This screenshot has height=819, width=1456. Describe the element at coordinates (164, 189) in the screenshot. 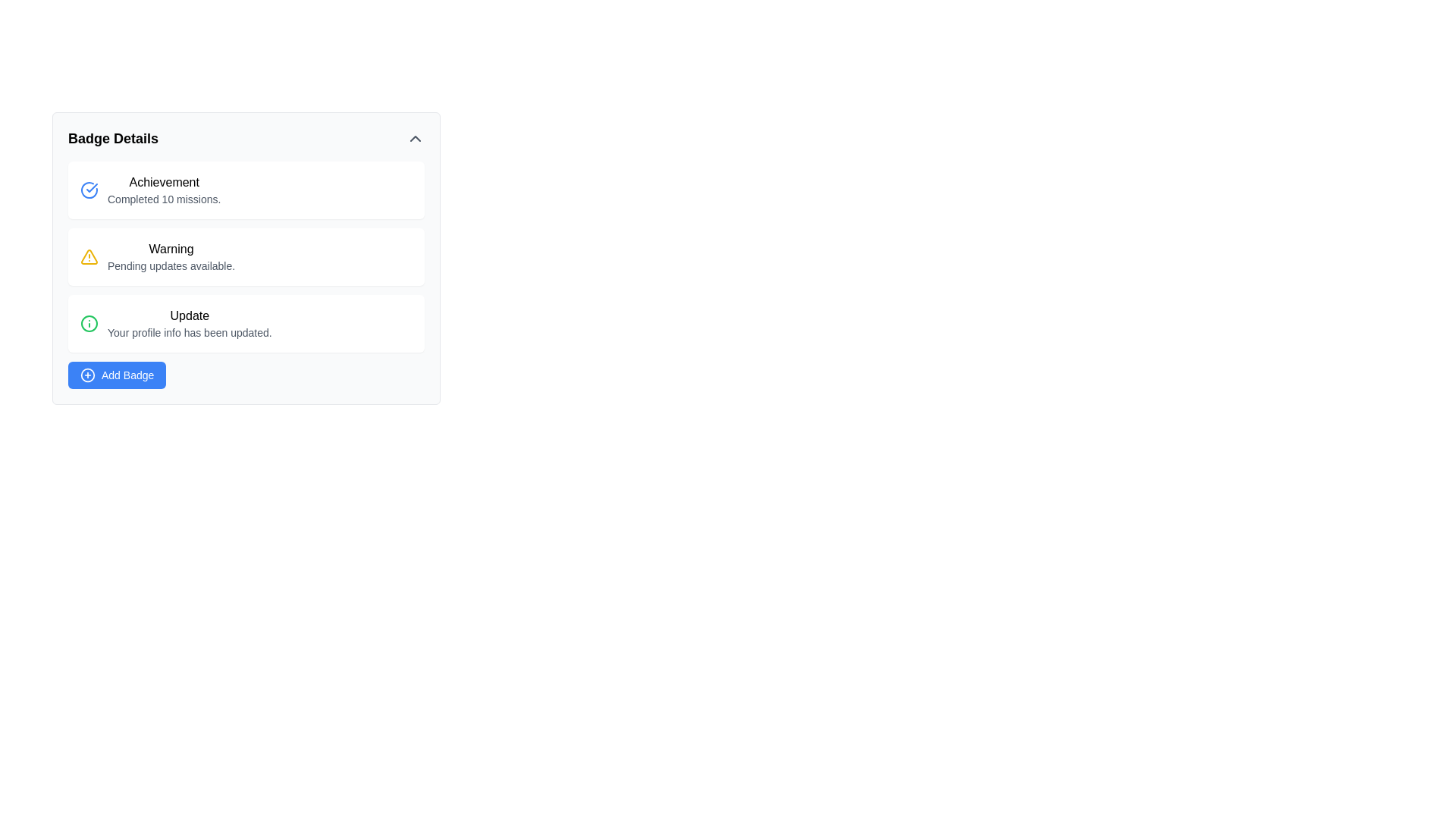

I see `information displayed in the notification card summarizing an achievement, which is the first item in the 'Badge Details' list` at that location.